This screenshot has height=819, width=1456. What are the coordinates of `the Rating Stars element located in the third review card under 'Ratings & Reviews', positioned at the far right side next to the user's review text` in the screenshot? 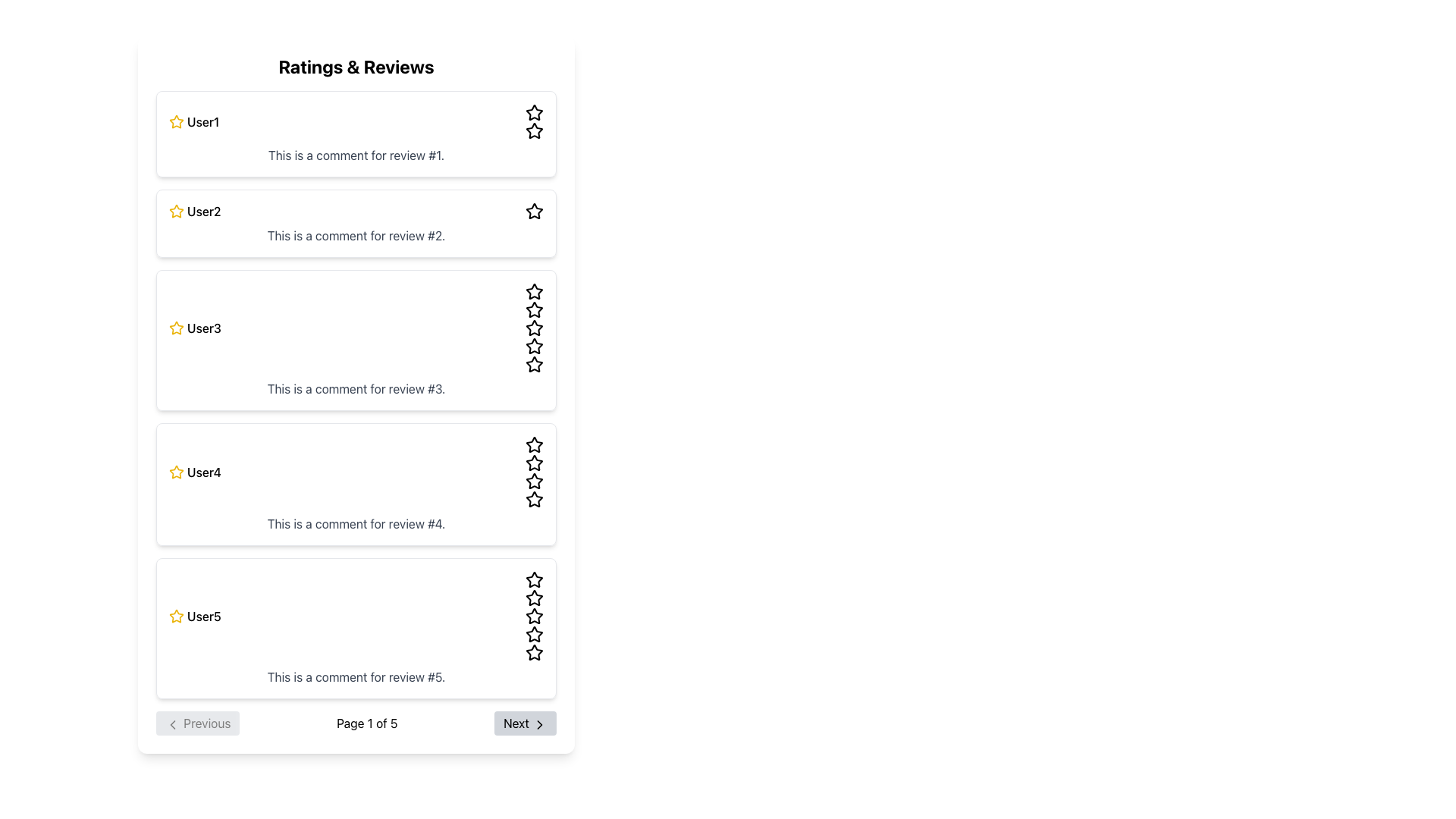 It's located at (535, 327).